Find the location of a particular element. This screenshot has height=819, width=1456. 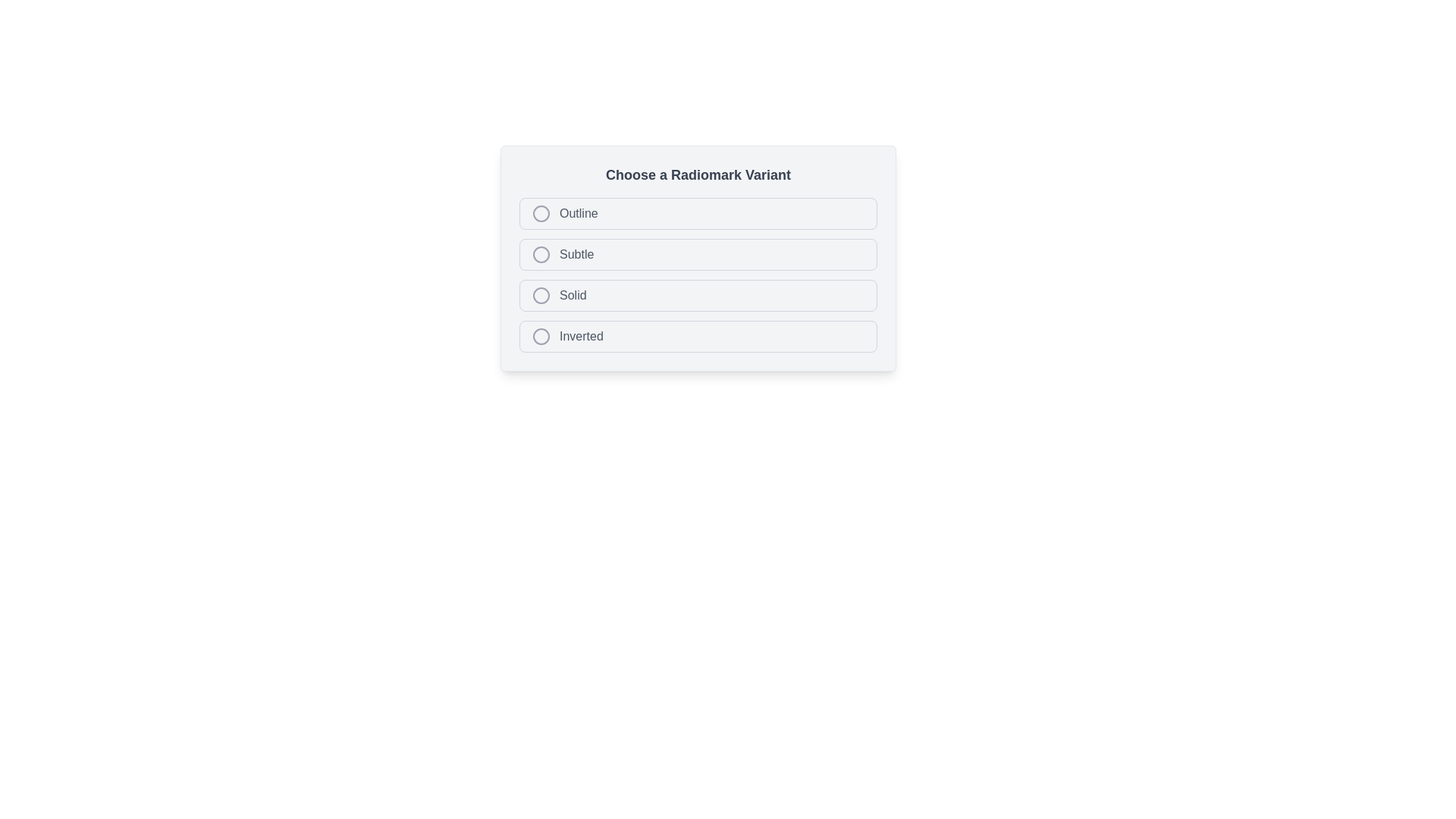

the 'Inverted' text label element, which is the label for the fourth option in a list of selectable items is located at coordinates (580, 335).